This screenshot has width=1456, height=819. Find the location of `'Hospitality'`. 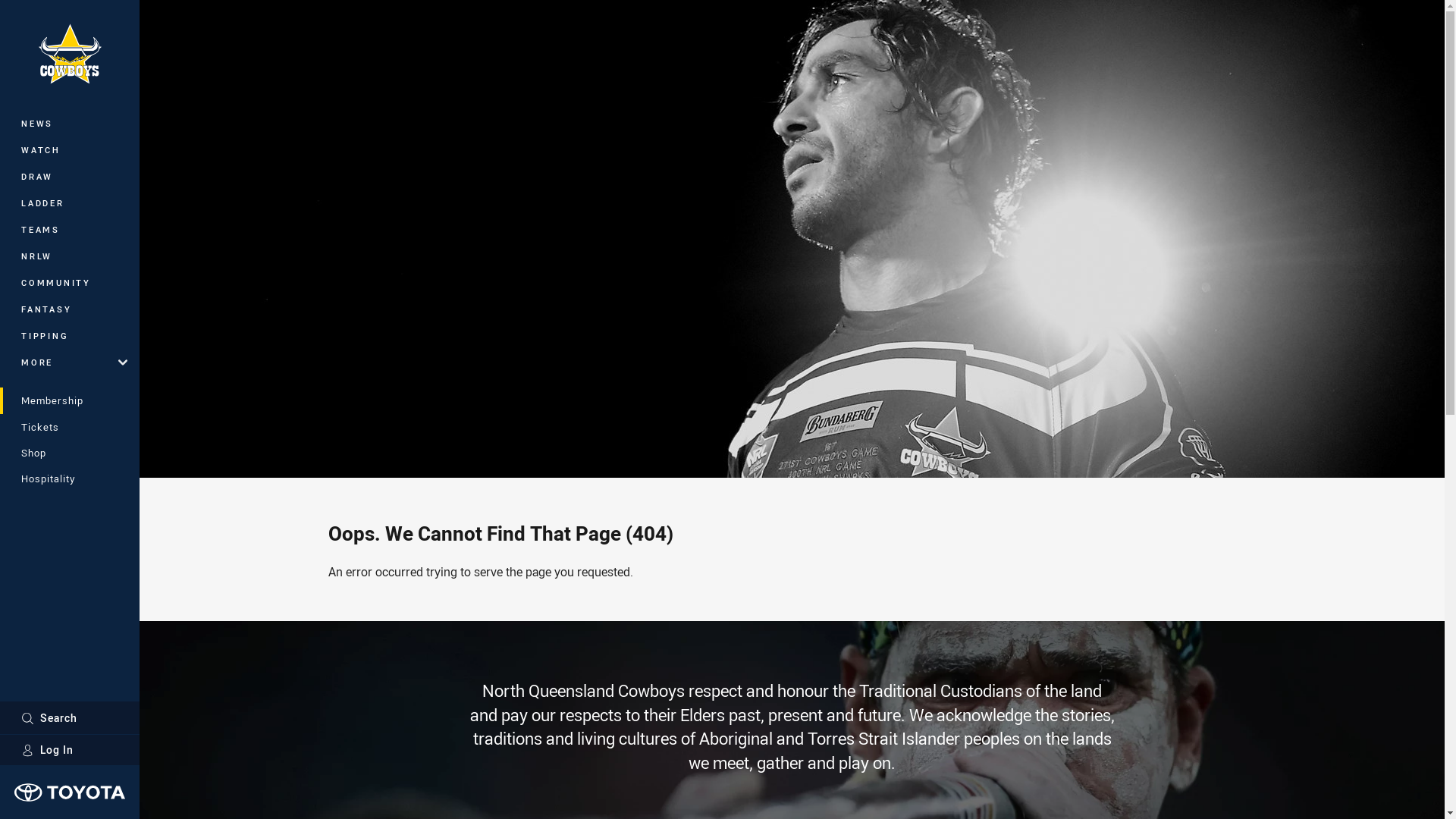

'Hospitality' is located at coordinates (0, 479).